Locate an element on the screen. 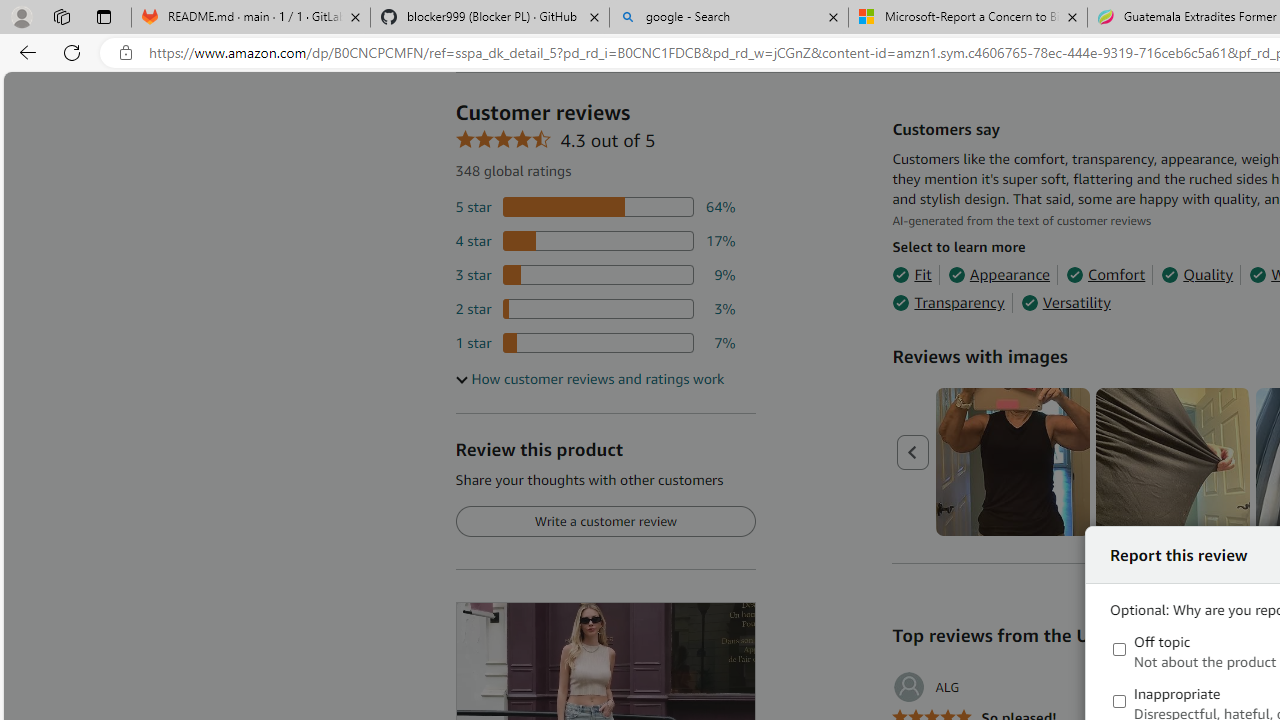 The image size is (1280, 720). '3 percent of reviews have 2 stars' is located at coordinates (594, 309).